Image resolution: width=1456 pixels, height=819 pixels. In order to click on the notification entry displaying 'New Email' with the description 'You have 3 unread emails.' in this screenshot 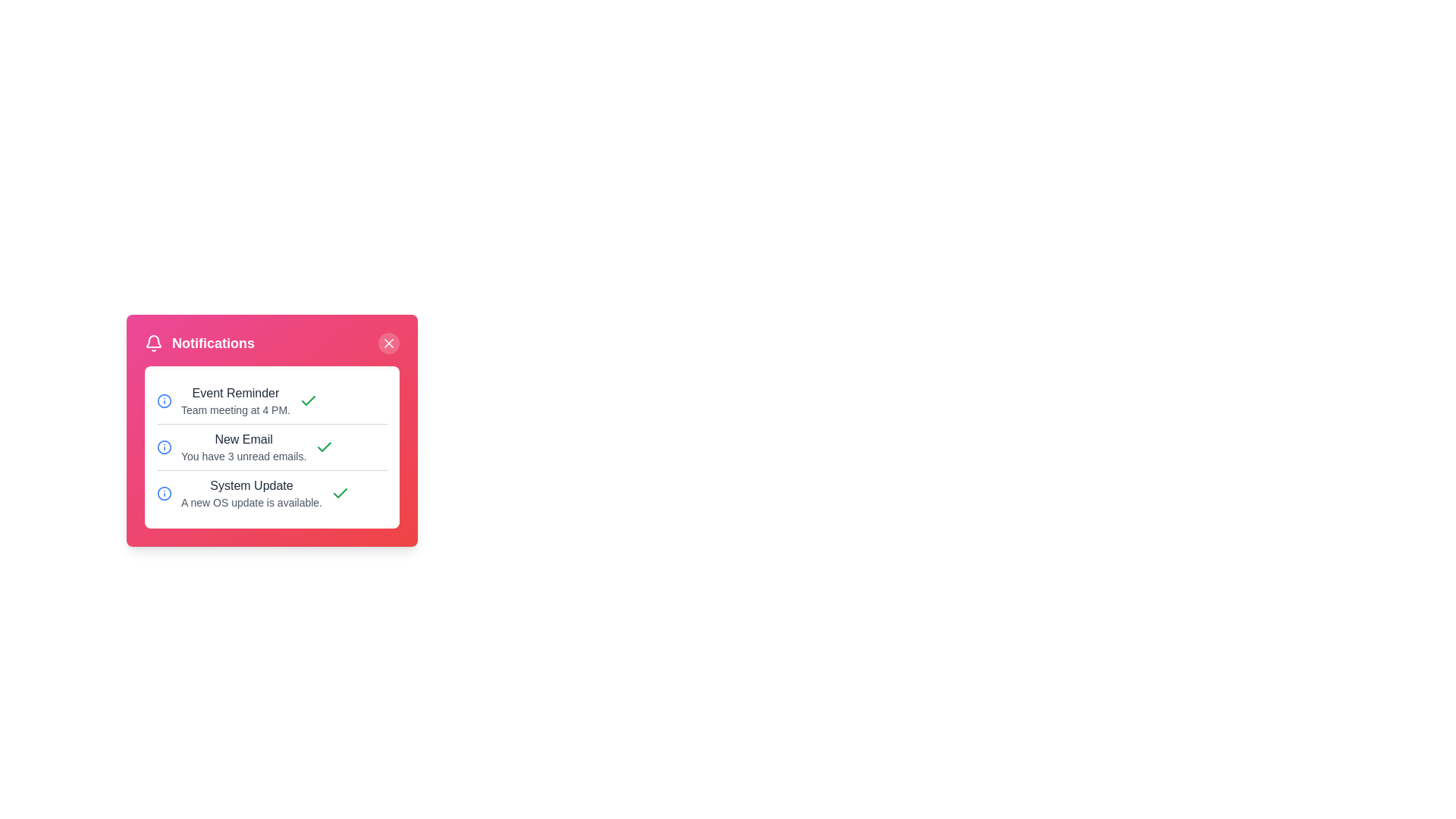, I will do `click(272, 446)`.